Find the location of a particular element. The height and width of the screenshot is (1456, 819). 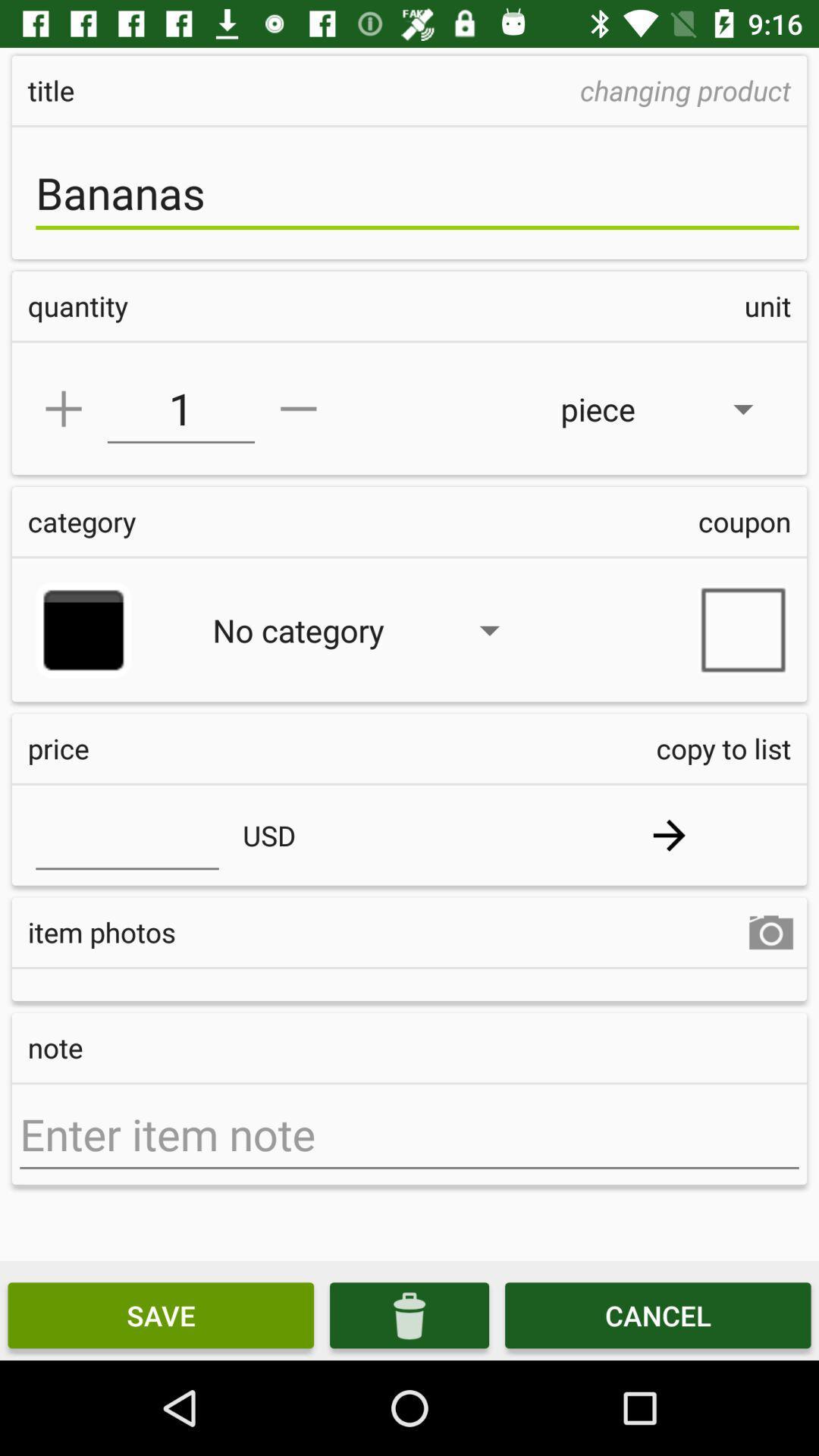

note is located at coordinates (409, 1134).